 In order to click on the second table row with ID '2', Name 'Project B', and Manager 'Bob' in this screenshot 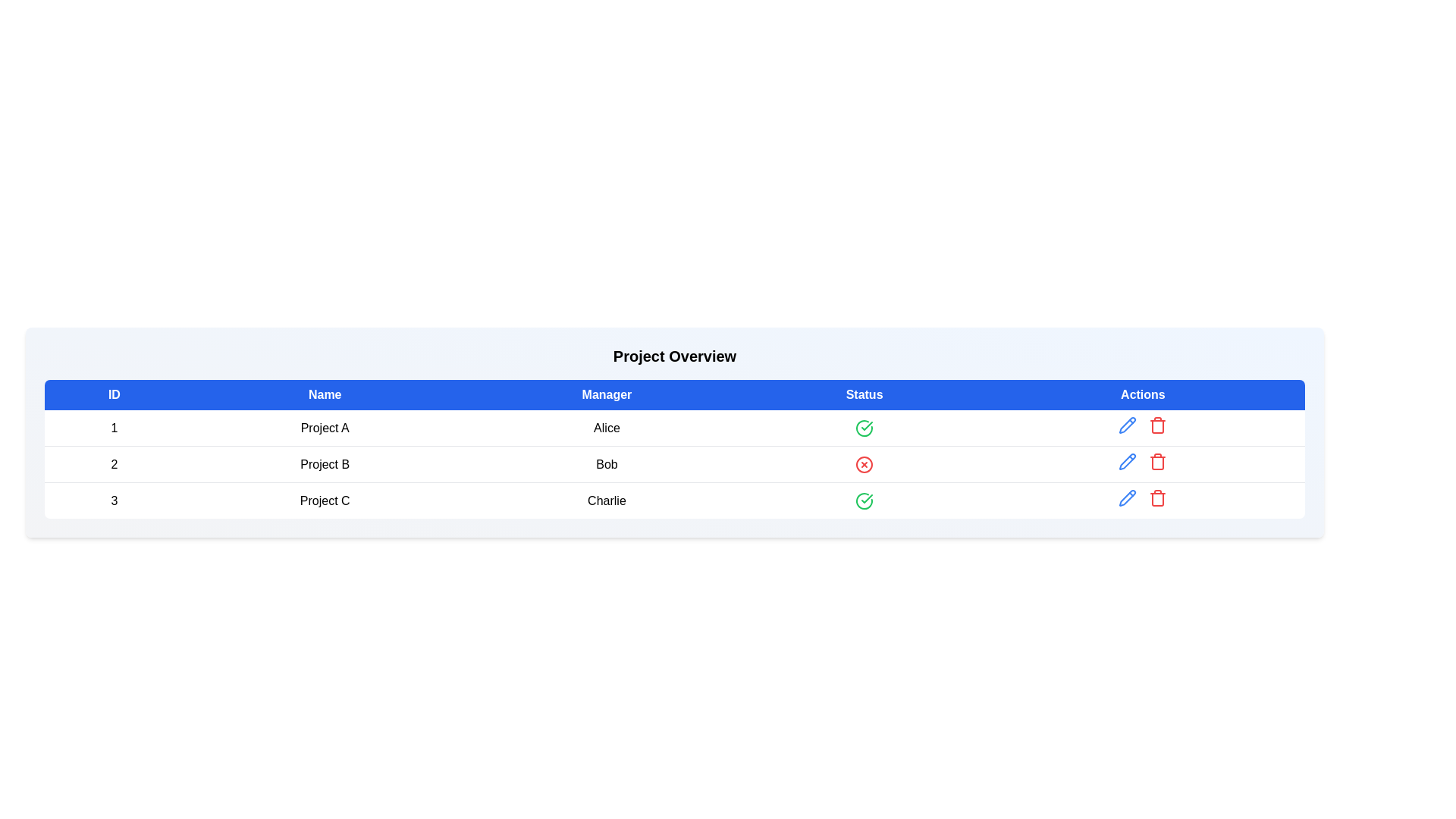, I will do `click(673, 463)`.